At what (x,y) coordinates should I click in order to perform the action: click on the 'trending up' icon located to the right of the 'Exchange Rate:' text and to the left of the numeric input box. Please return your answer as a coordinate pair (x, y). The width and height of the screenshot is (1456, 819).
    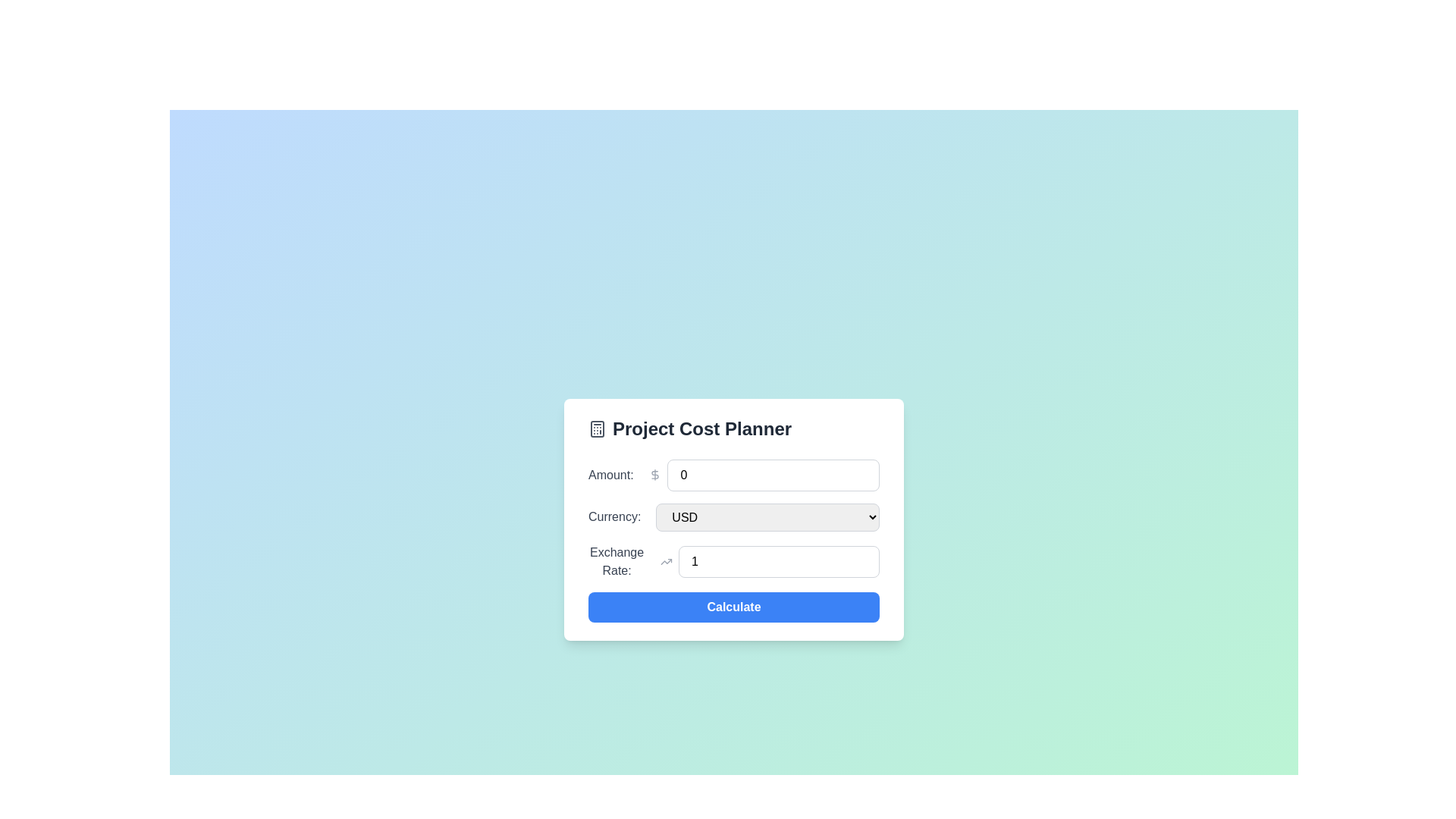
    Looking at the image, I should click on (667, 561).